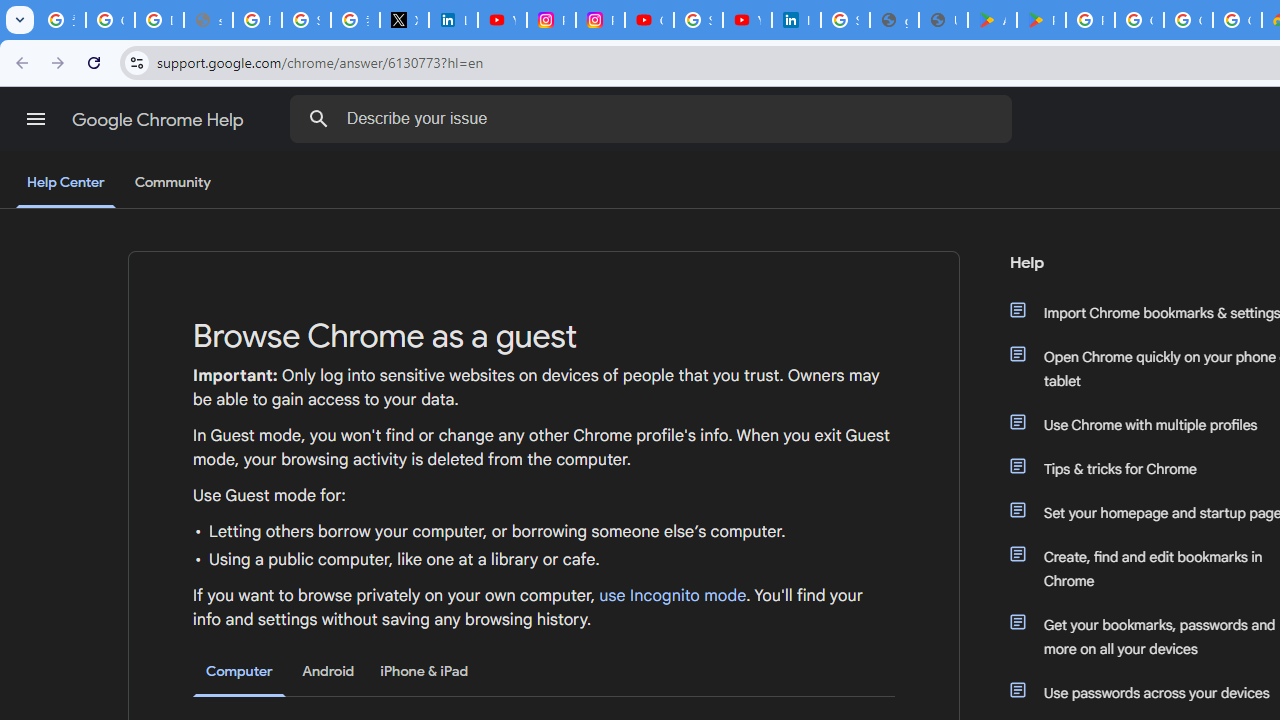 The image size is (1280, 720). What do you see at coordinates (208, 20) in the screenshot?
I see `'support.google.com - Network error'` at bounding box center [208, 20].